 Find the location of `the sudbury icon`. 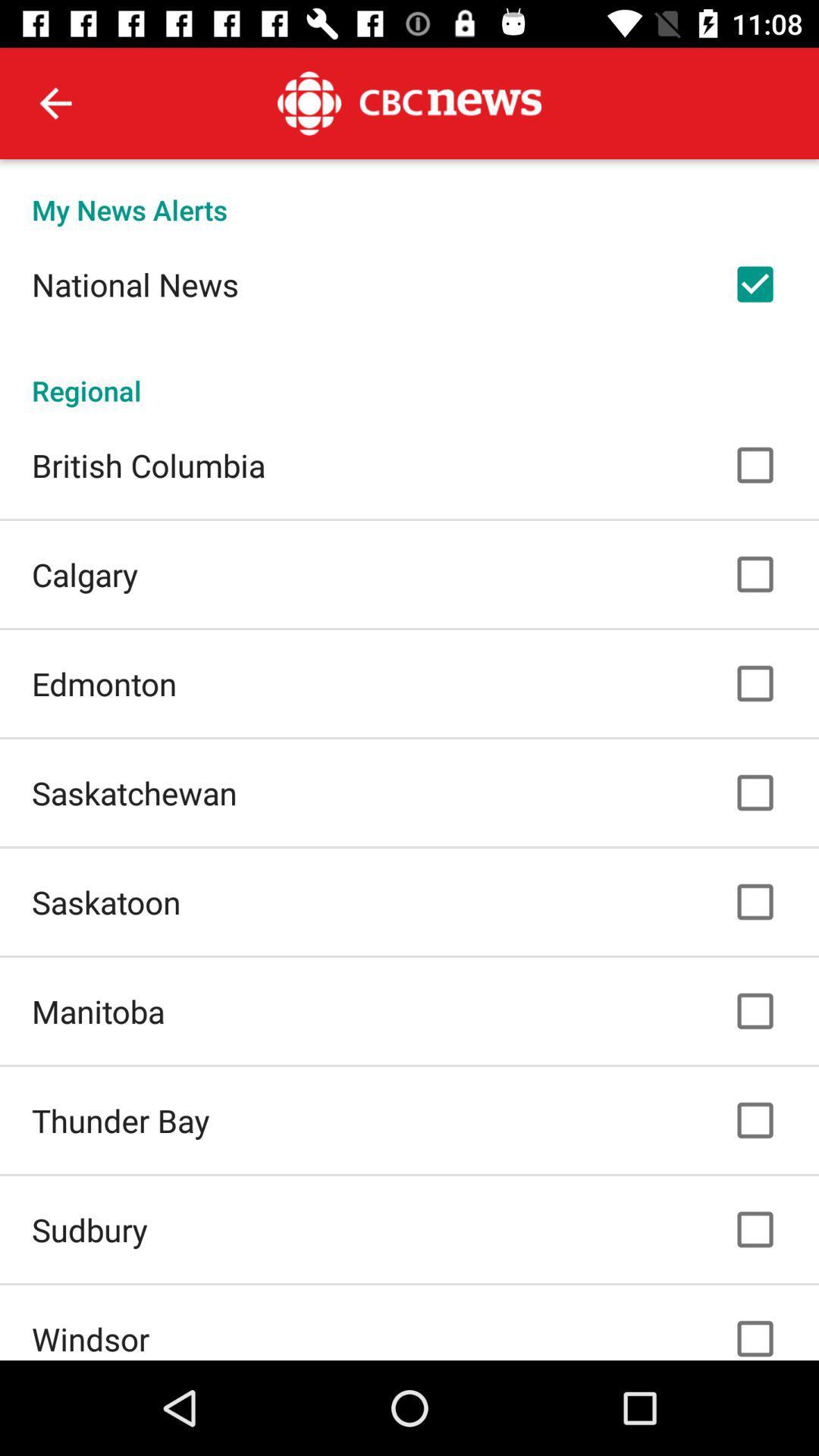

the sudbury icon is located at coordinates (89, 1229).